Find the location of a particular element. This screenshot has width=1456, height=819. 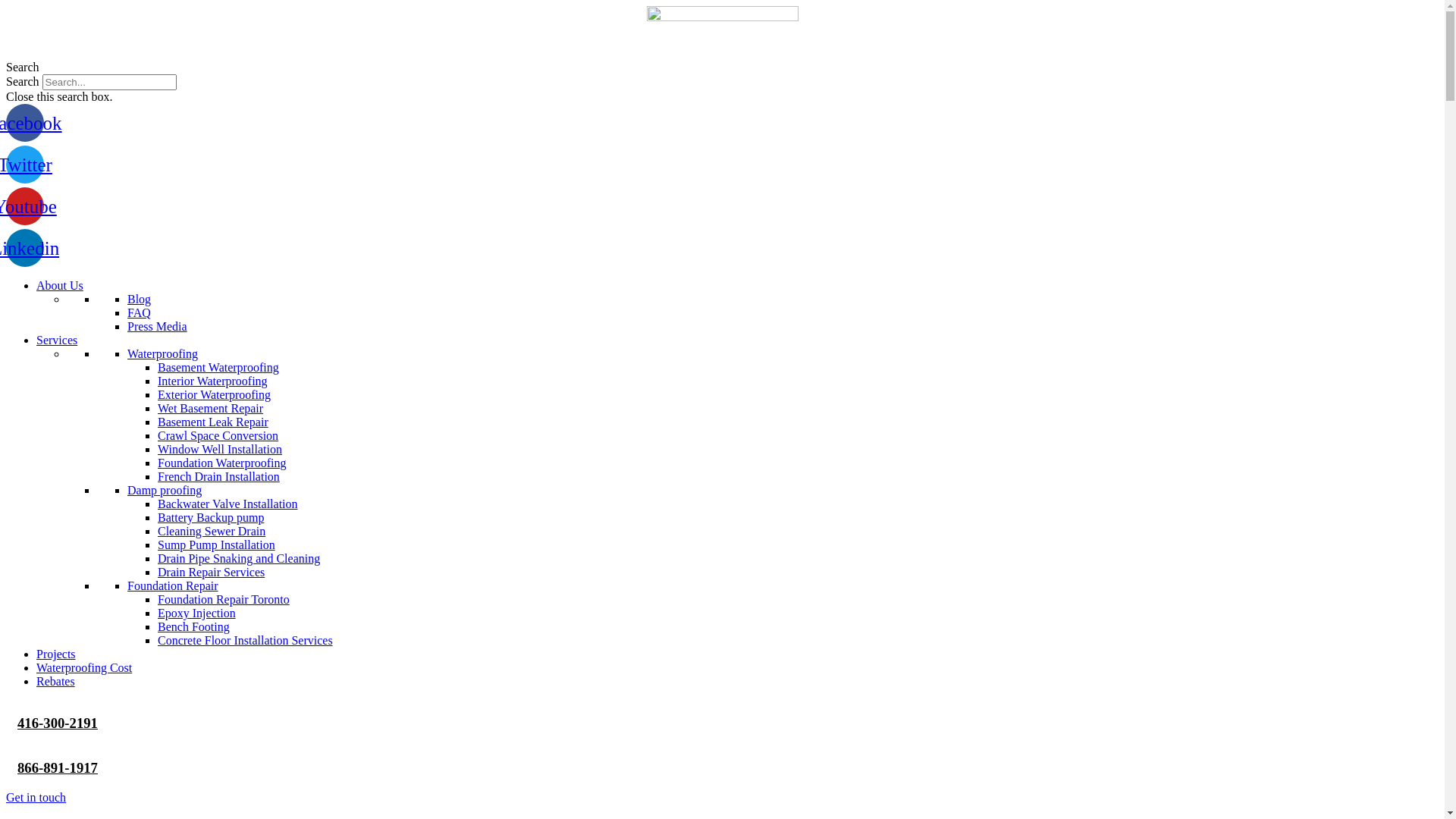

'About Us' is located at coordinates (36, 285).